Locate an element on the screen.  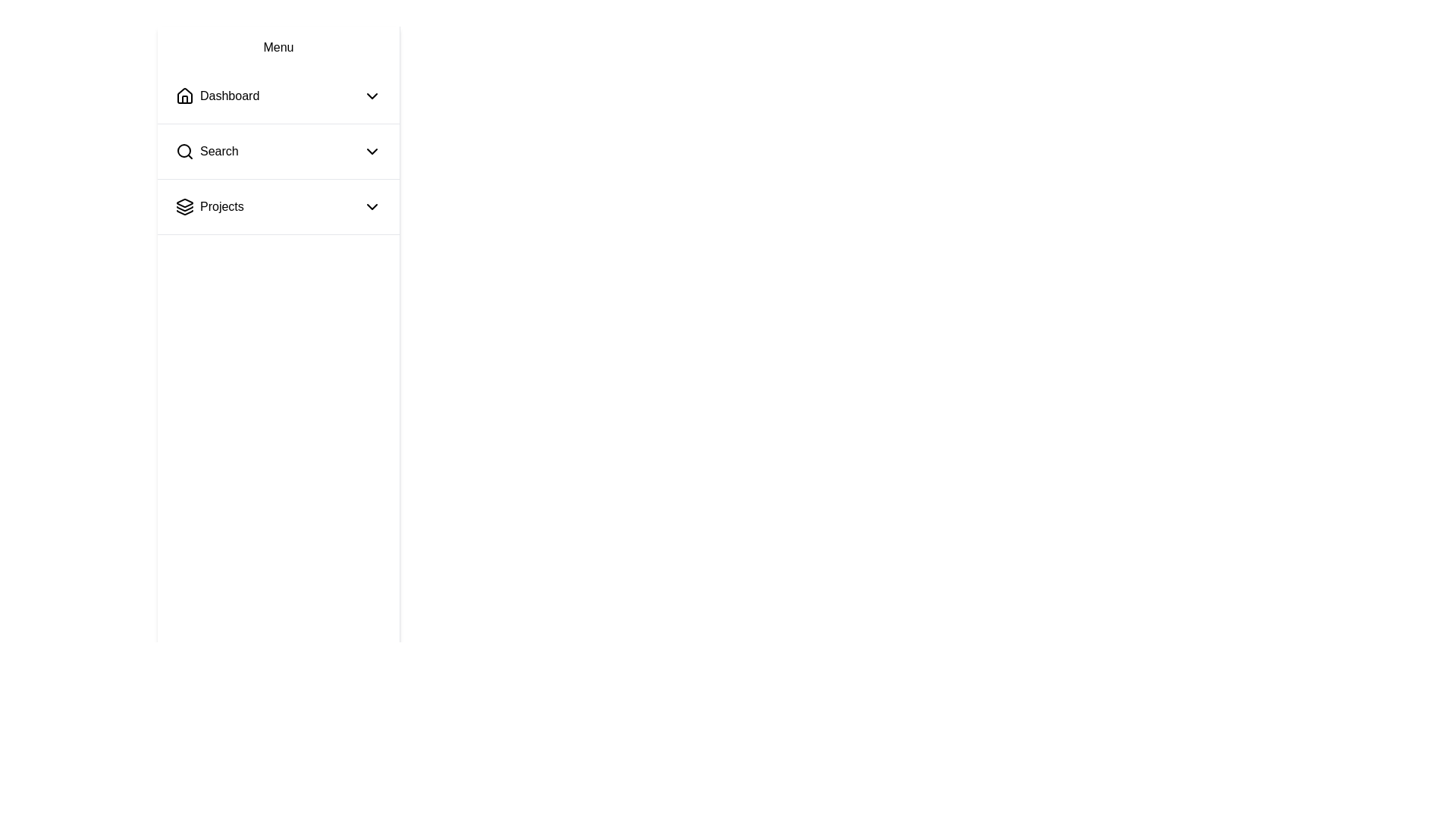
the 'Dashboard' menu item, which is the first item in the vertical list under the 'Menu' section, featuring a house icon and bold black text is located at coordinates (217, 96).